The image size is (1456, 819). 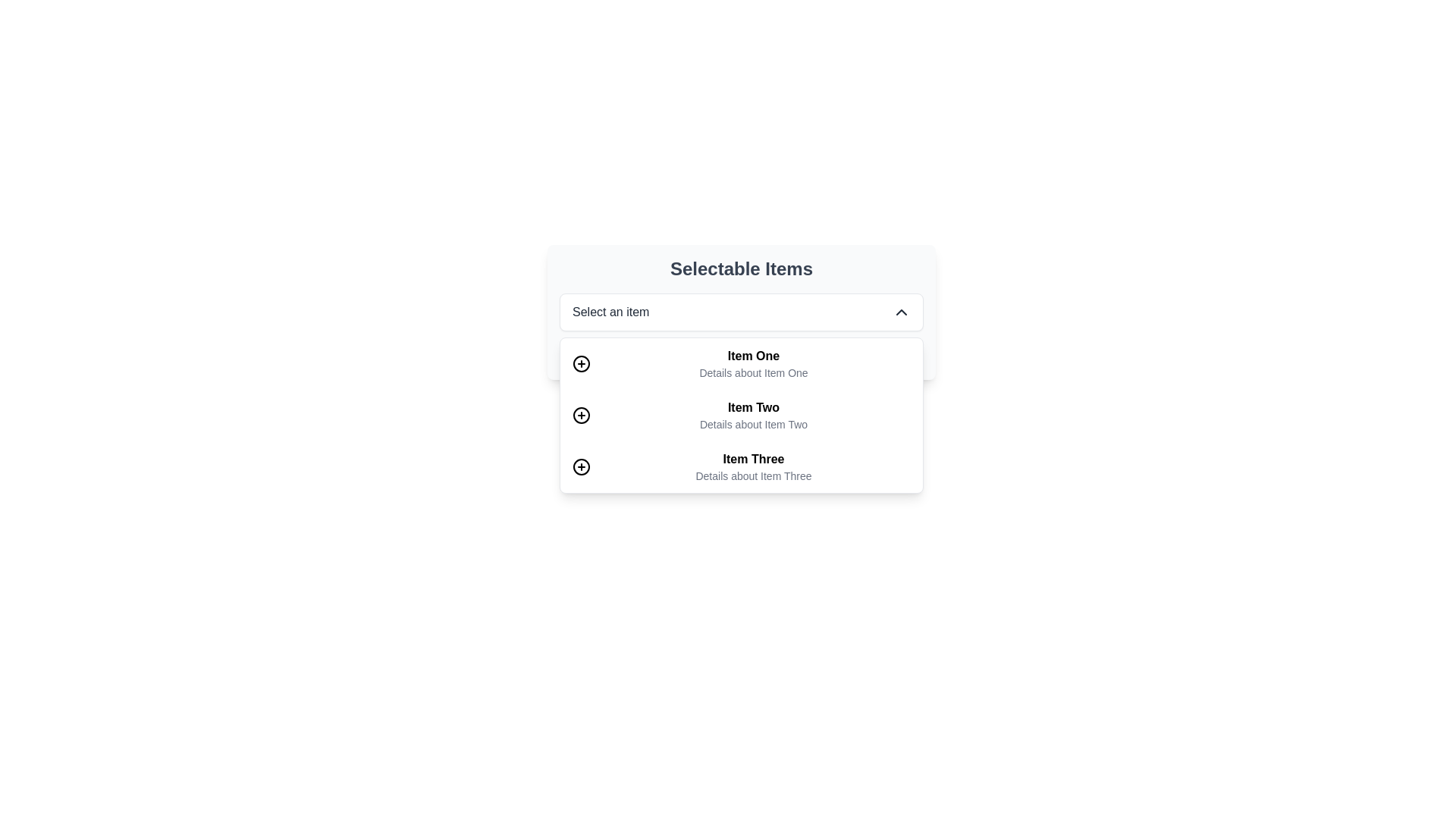 What do you see at coordinates (581, 466) in the screenshot?
I see `the interactive icon related to 'Item Three' located to the left of its label in the 'Selectable Items' dropdown` at bounding box center [581, 466].